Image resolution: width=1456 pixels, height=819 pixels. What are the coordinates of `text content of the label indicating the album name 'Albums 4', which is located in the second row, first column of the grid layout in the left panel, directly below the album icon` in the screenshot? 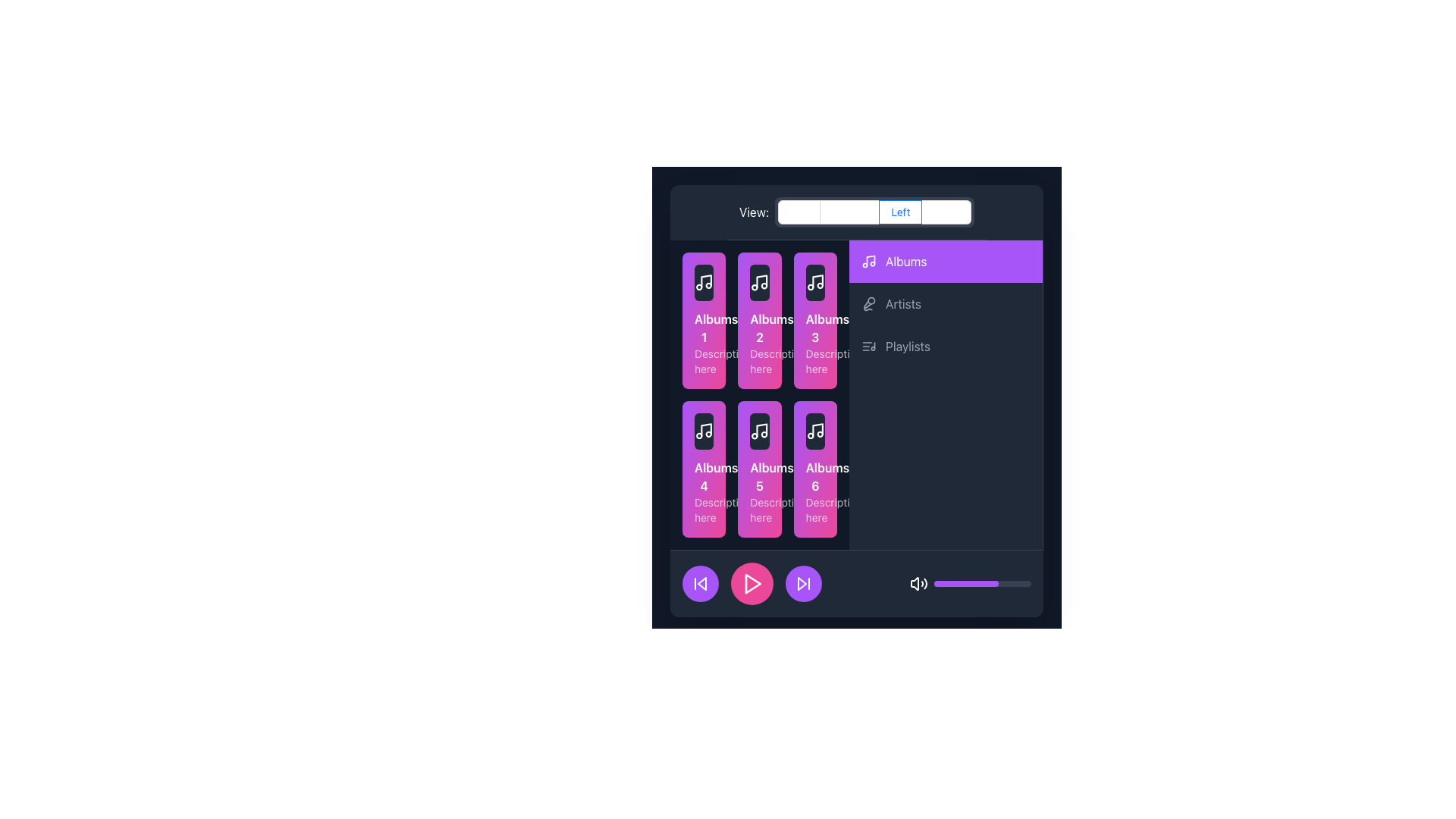 It's located at (703, 475).